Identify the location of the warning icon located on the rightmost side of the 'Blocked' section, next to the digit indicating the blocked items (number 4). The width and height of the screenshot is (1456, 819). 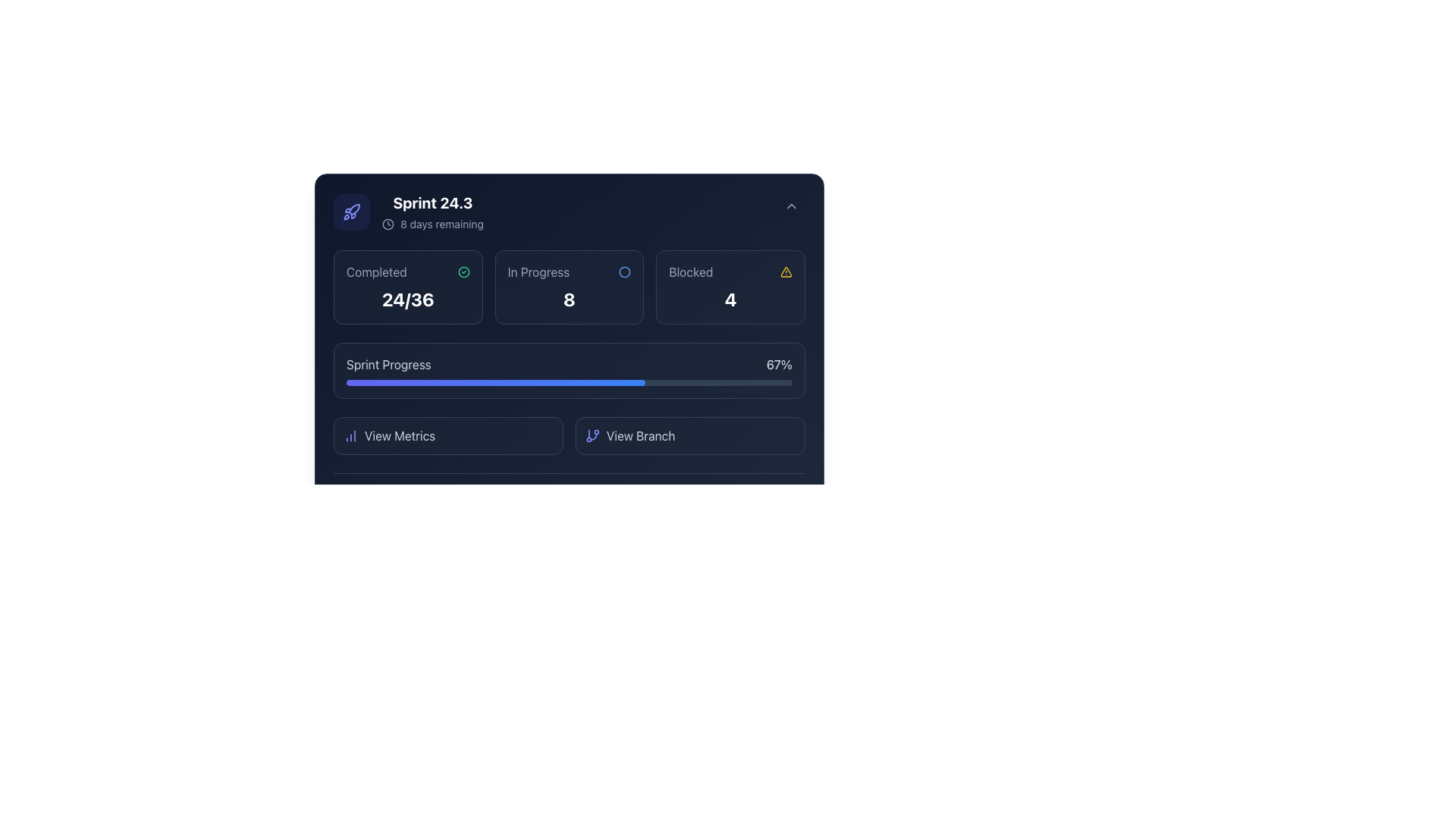
(786, 271).